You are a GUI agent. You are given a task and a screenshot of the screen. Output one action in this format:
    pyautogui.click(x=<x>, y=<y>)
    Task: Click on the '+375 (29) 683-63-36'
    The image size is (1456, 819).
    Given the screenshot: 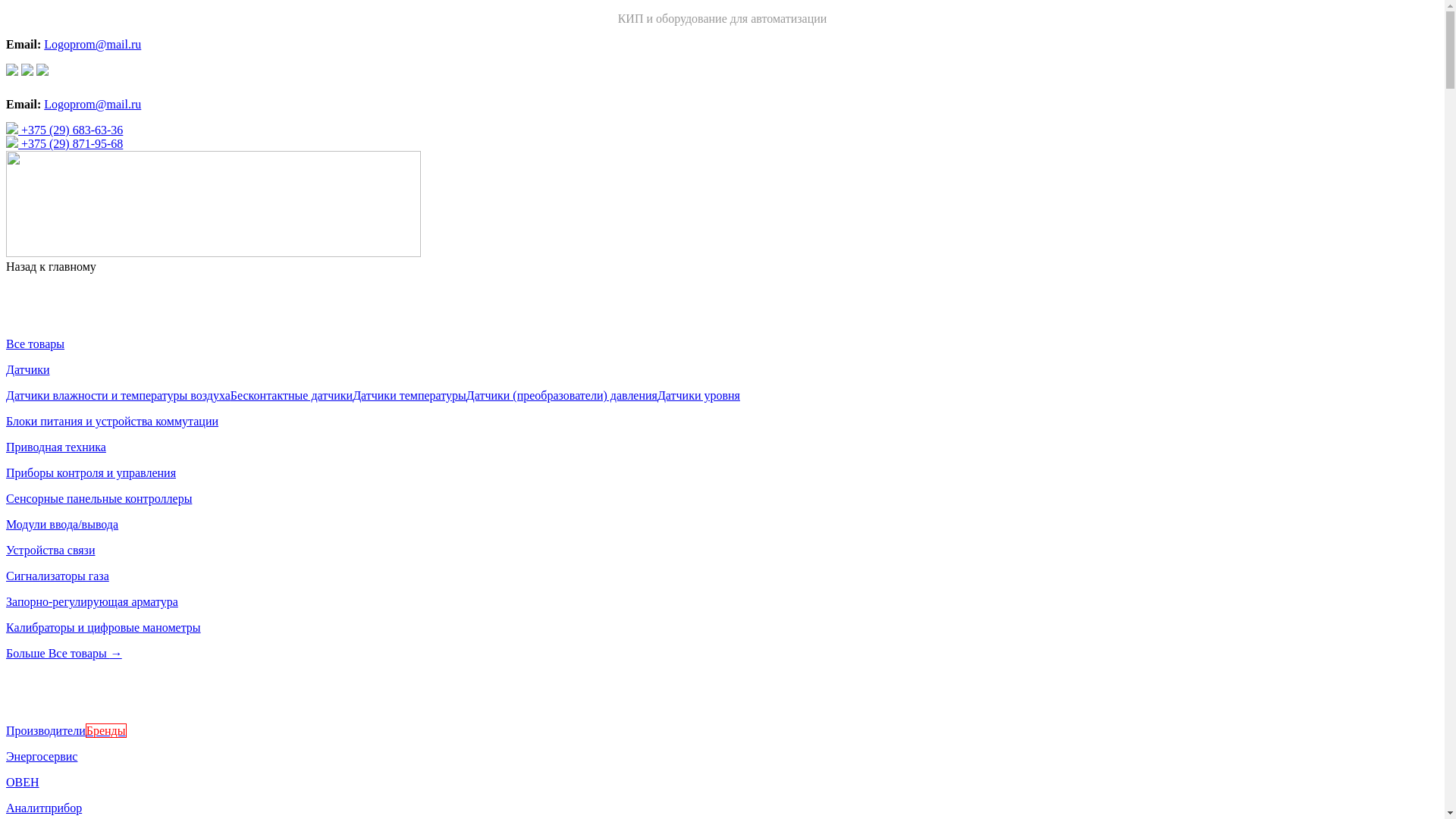 What is the action you would take?
    pyautogui.click(x=6, y=129)
    